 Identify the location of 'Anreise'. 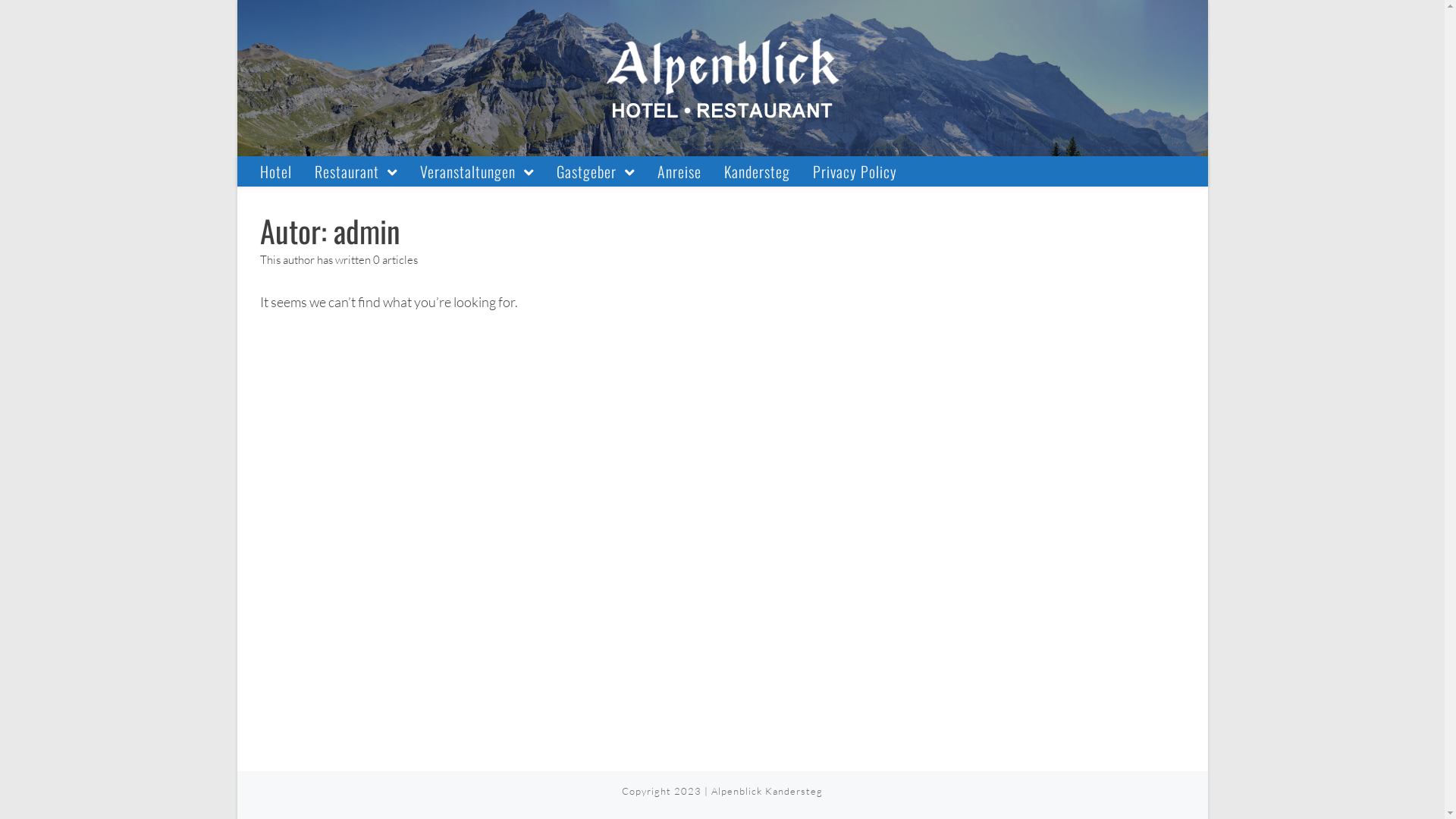
(679, 171).